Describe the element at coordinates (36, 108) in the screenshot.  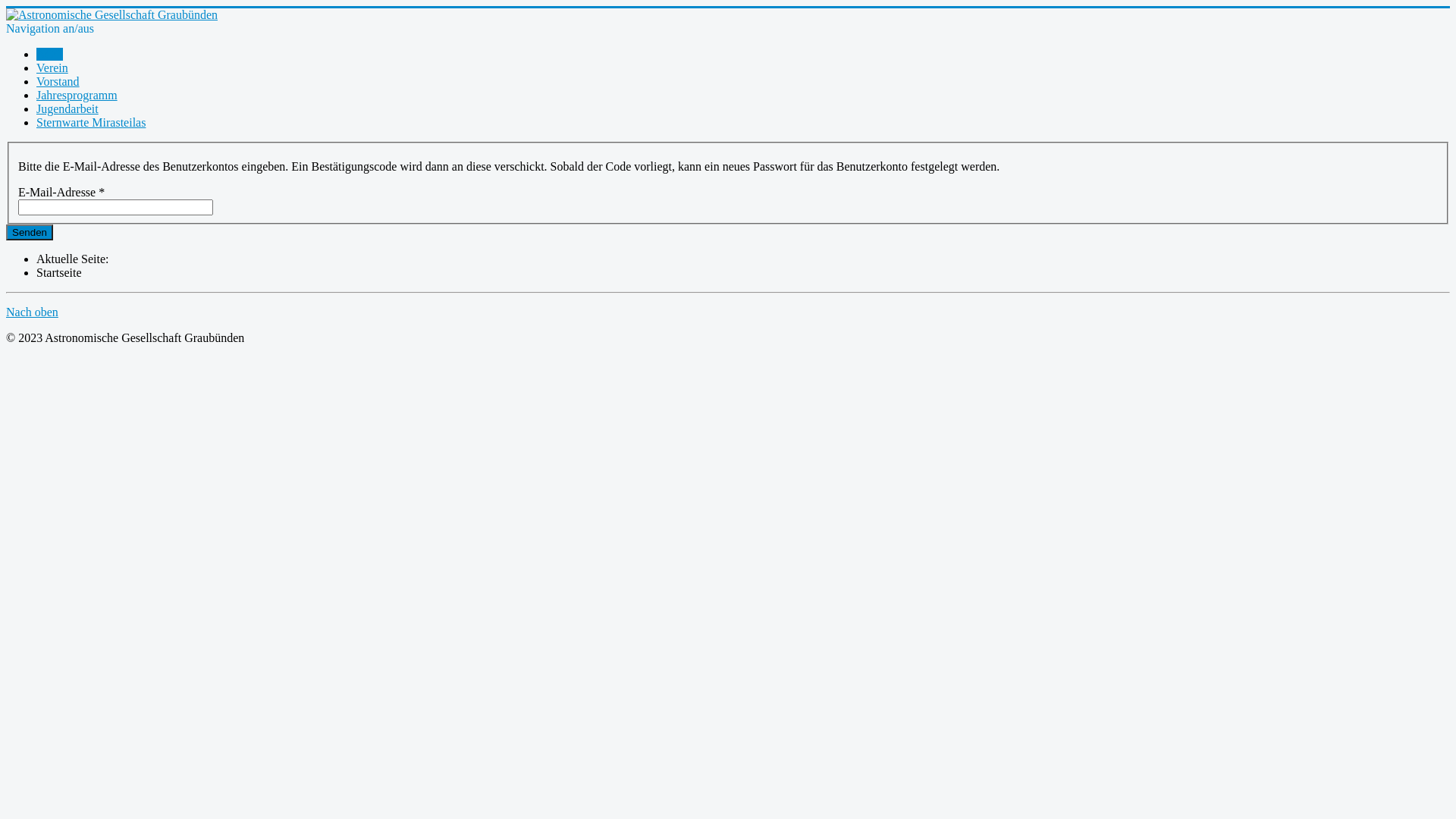
I see `'Jugendarbeit'` at that location.